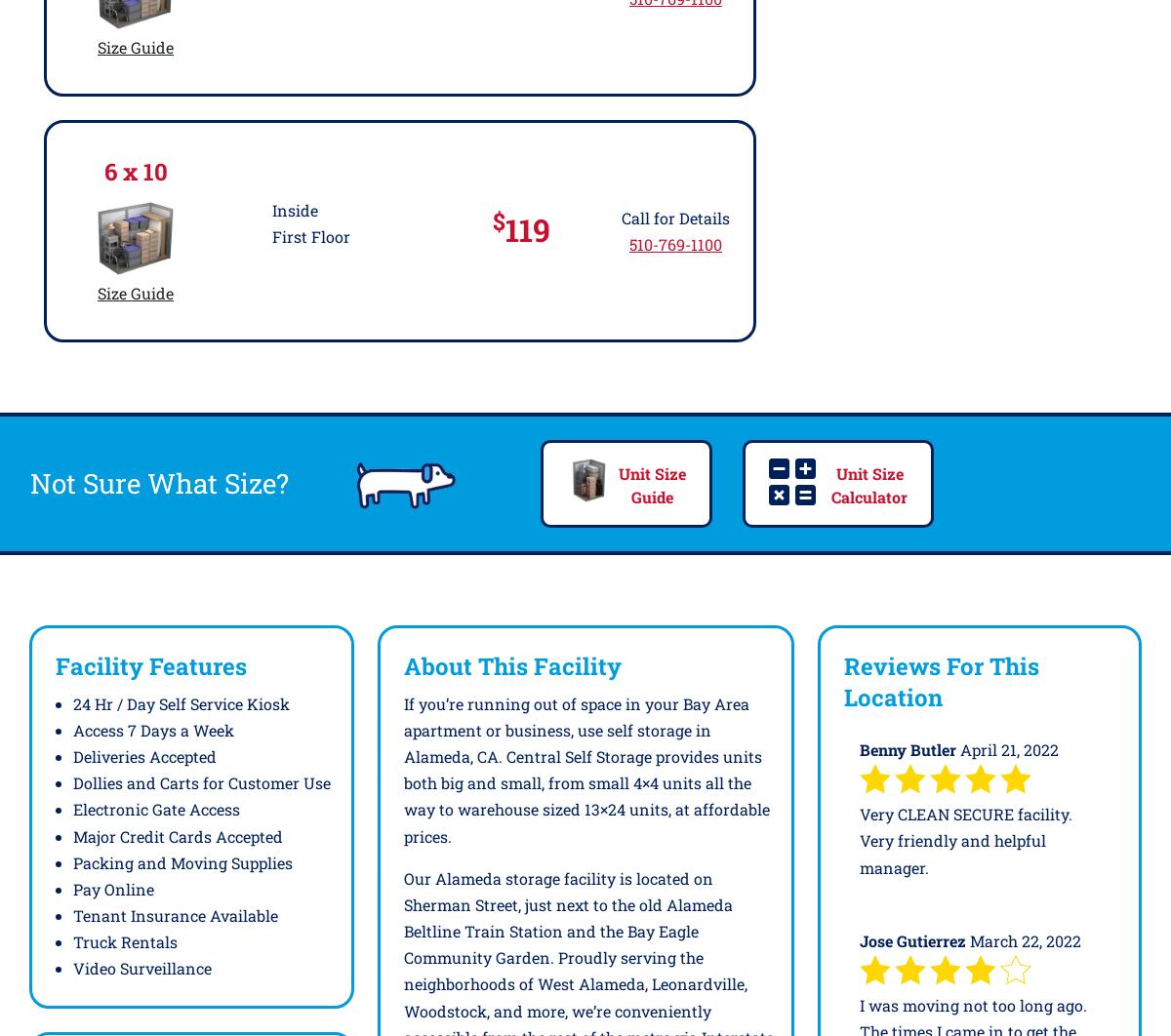  I want to click on 'April 21, 2022', so click(1008, 748).